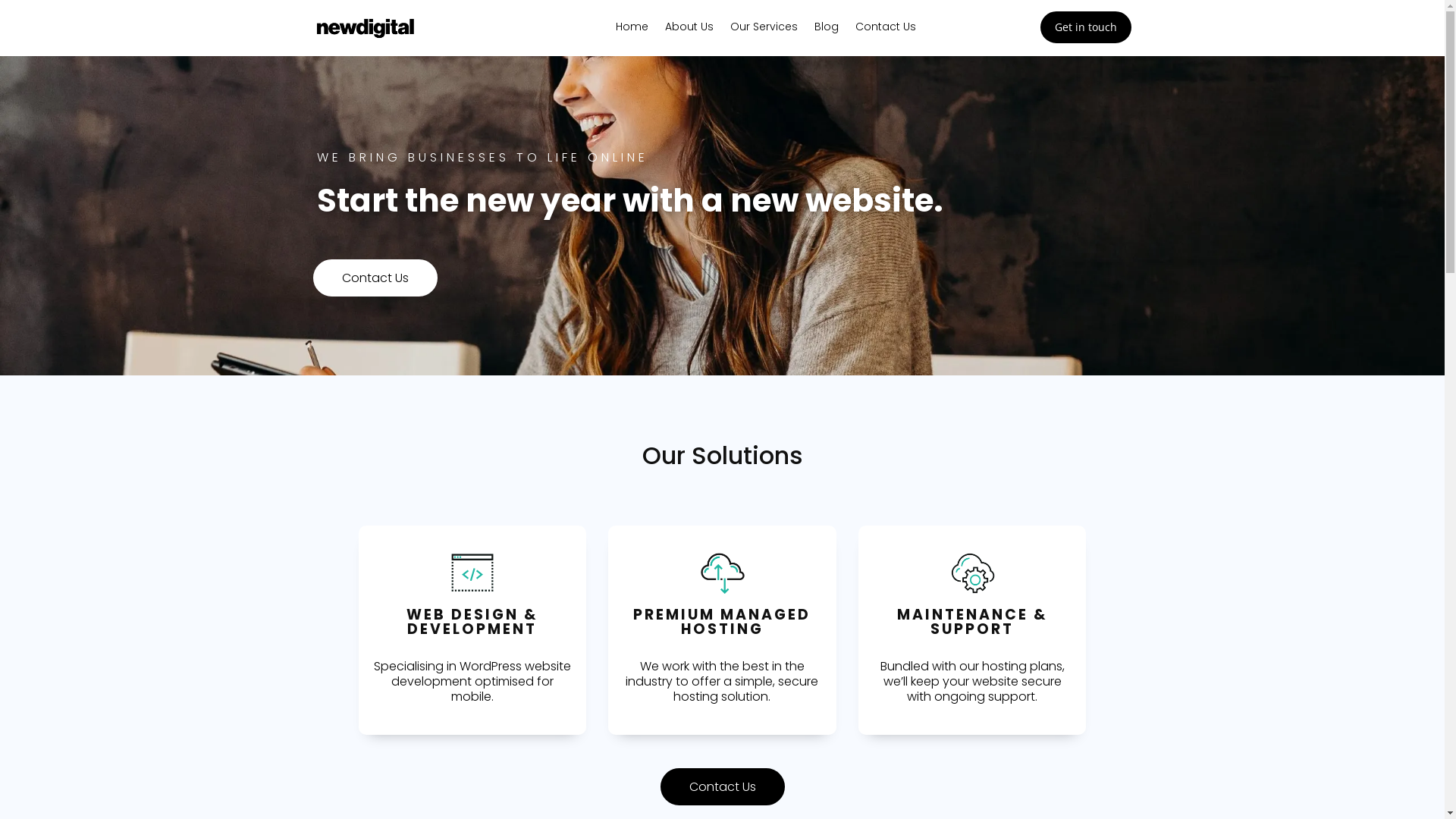  What do you see at coordinates (885, 29) in the screenshot?
I see `'Contact Us'` at bounding box center [885, 29].